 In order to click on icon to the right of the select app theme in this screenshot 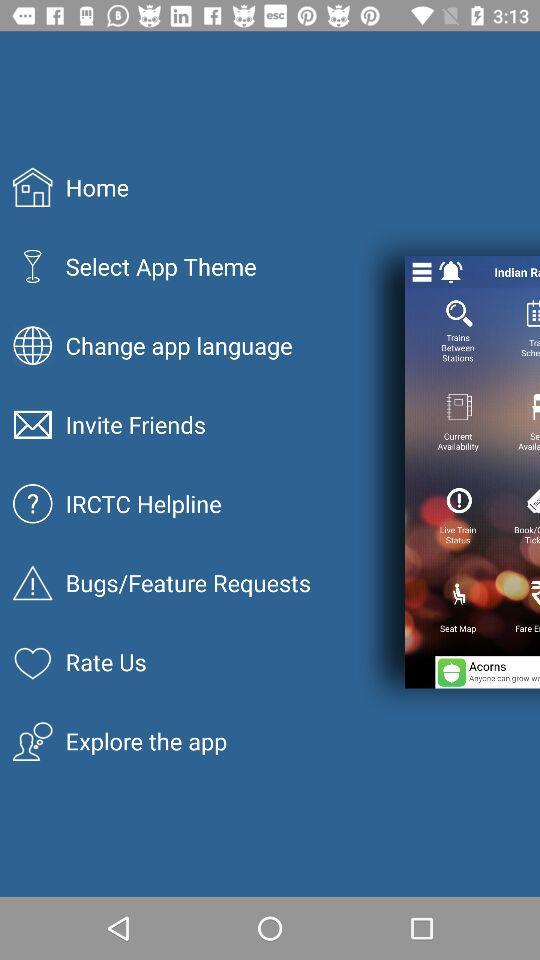, I will do `click(421, 271)`.